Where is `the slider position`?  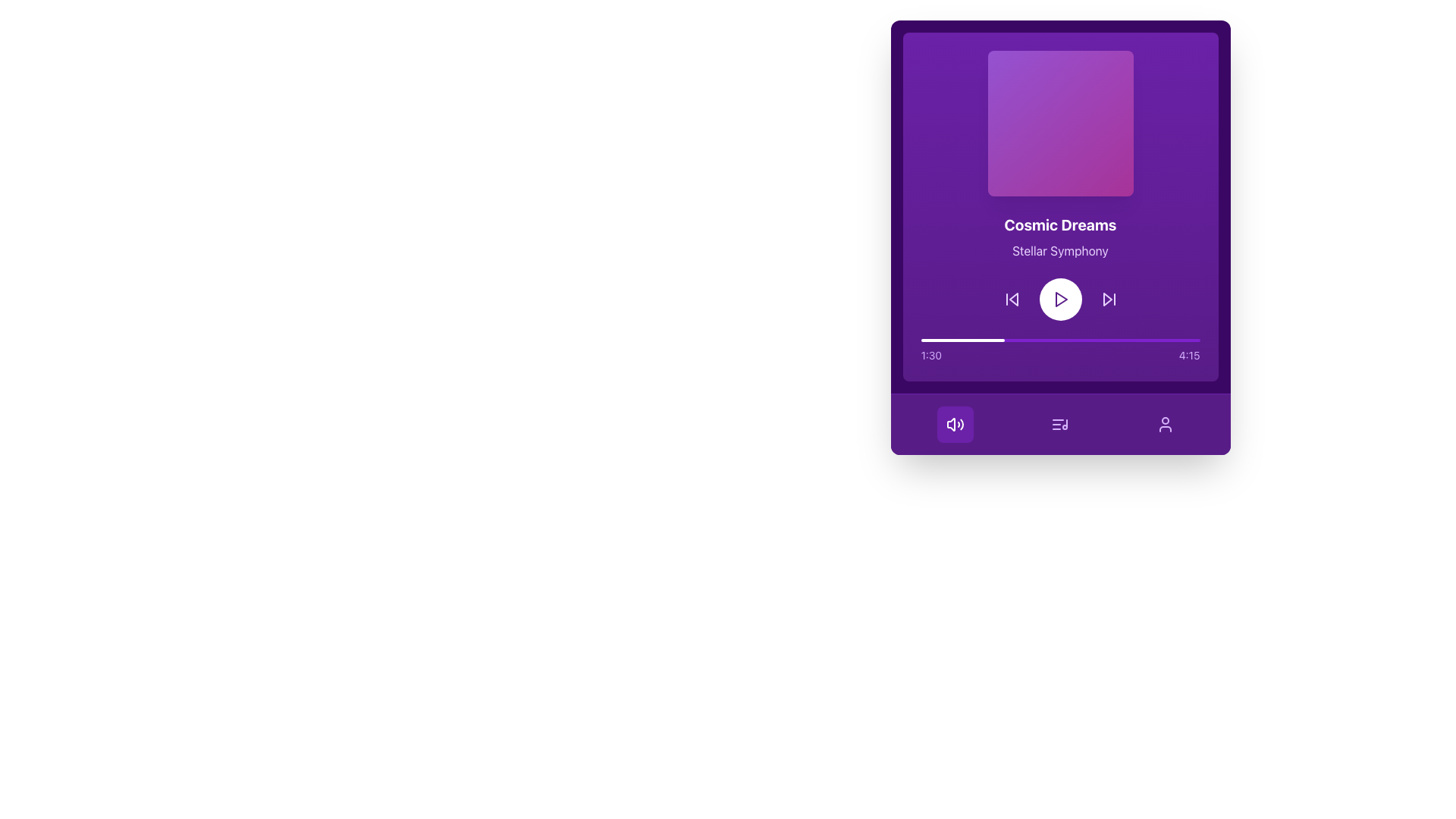
the slider position is located at coordinates (990, 339).